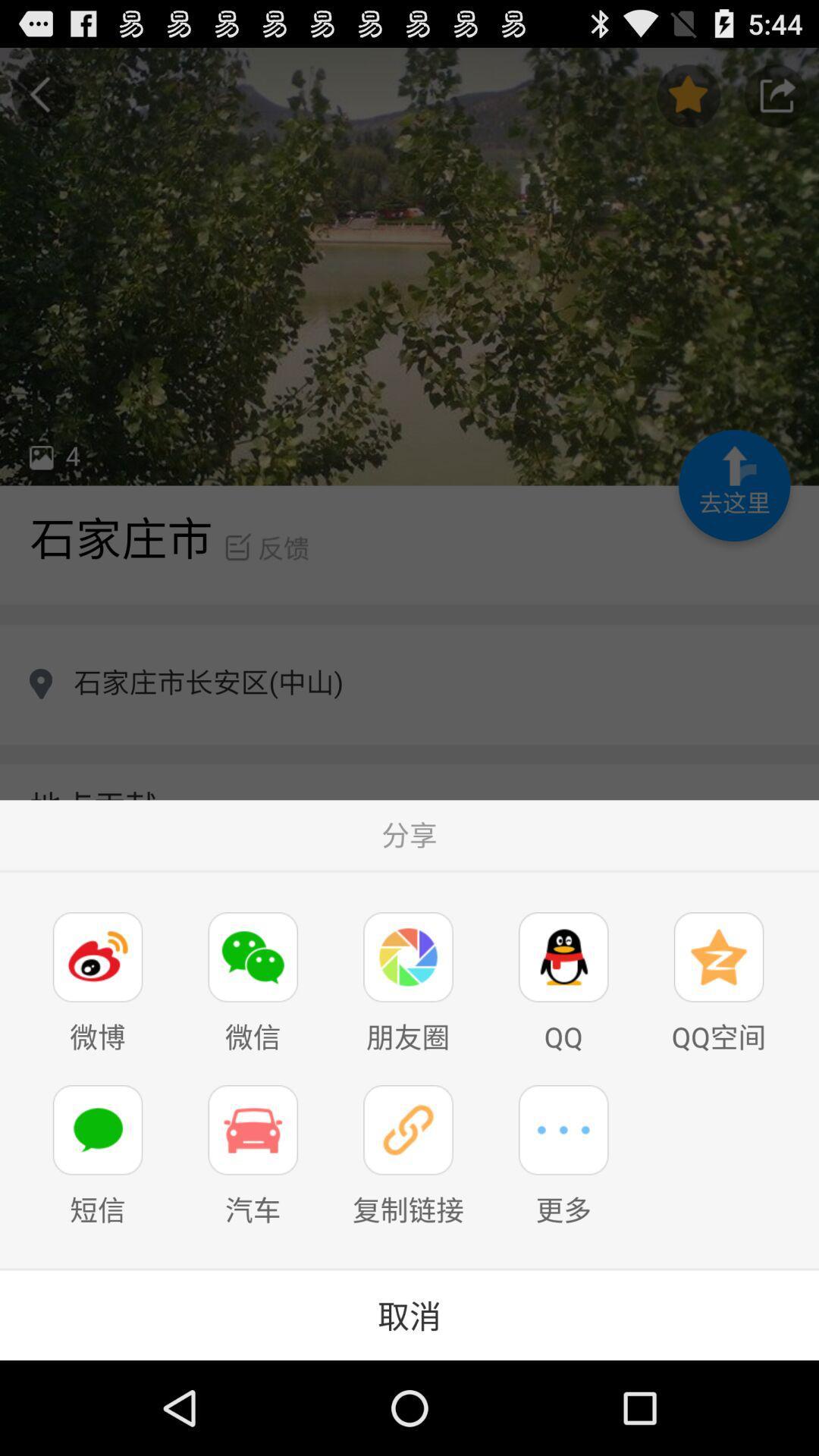  I want to click on the third icon from left beside penguin icon, so click(407, 956).